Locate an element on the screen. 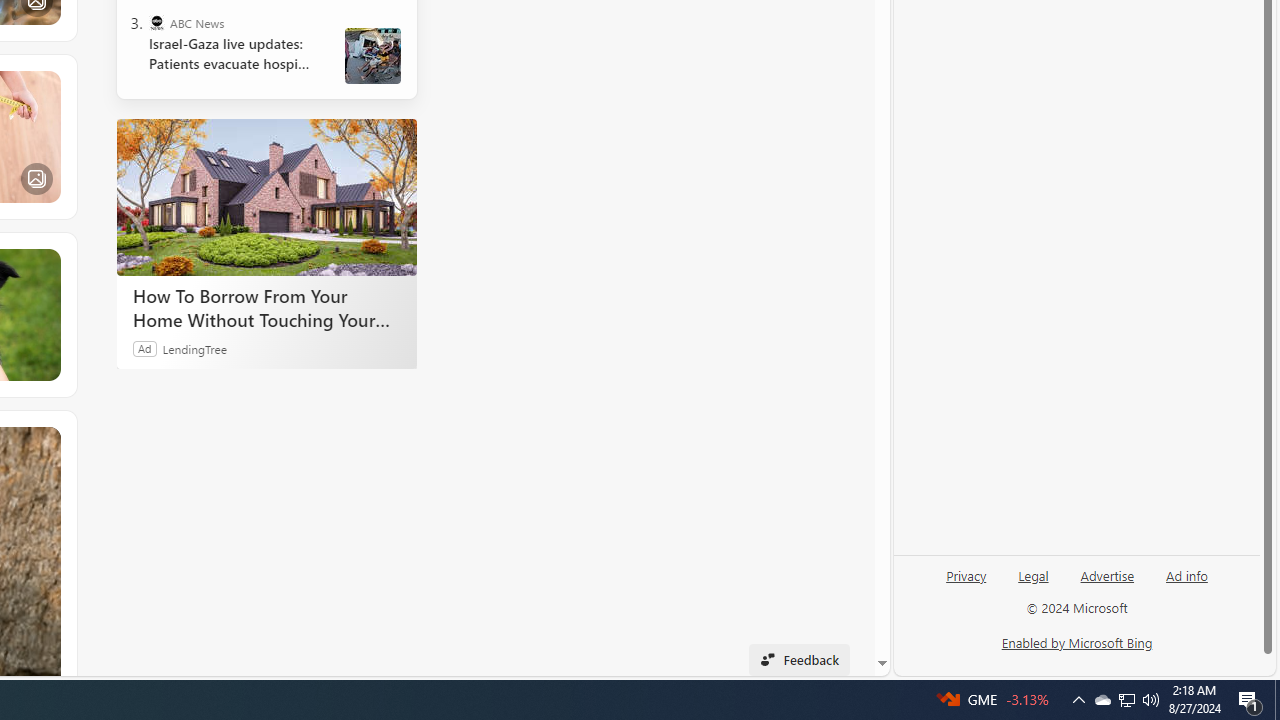  'Ad' is located at coordinates (144, 347).